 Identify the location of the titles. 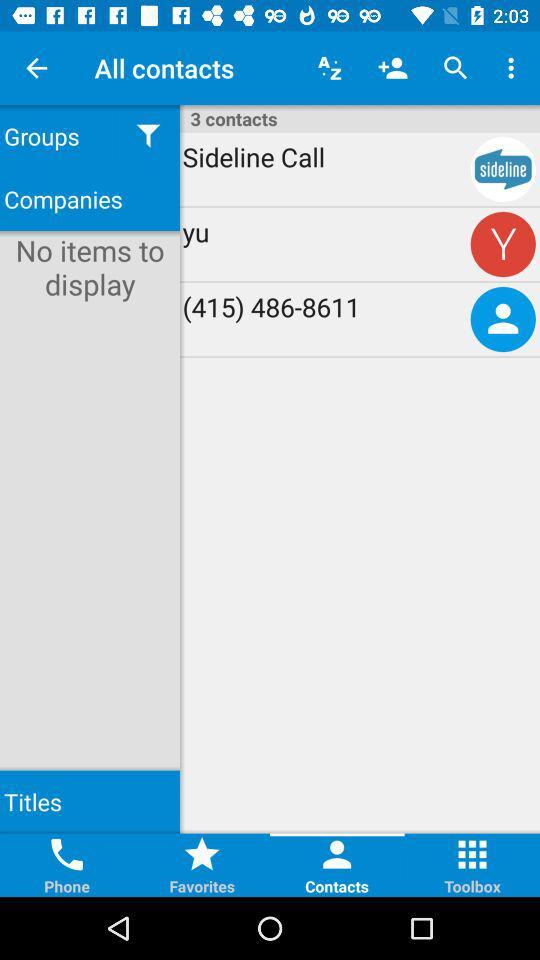
(89, 802).